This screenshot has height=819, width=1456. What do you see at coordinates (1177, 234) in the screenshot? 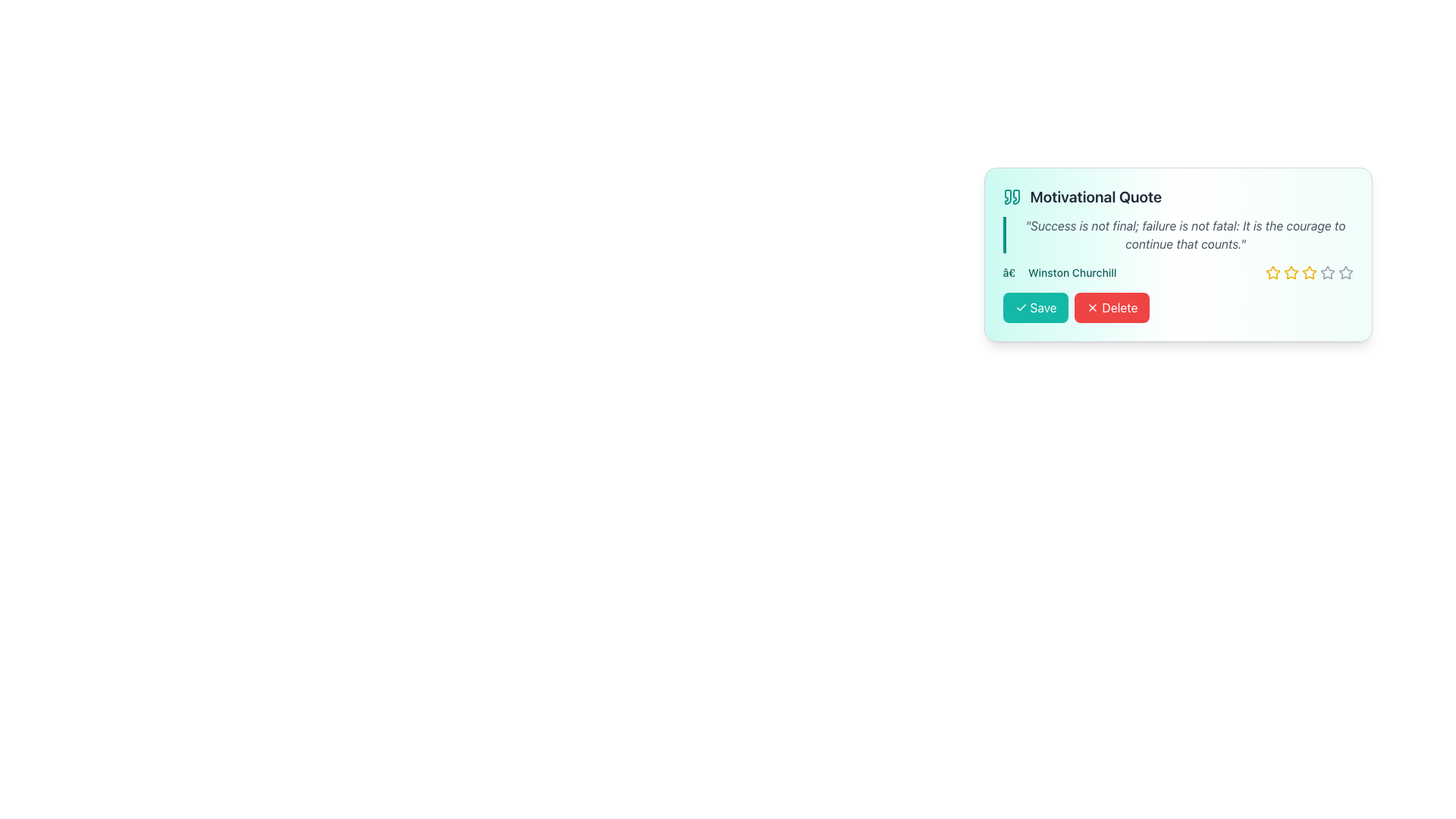
I see `the motivational quote text element, which is centrally positioned below the heading 'Motivational Quote' and above the text '— Winston Churchill' as well as the 'Save' and 'Delete' buttons` at bounding box center [1177, 234].